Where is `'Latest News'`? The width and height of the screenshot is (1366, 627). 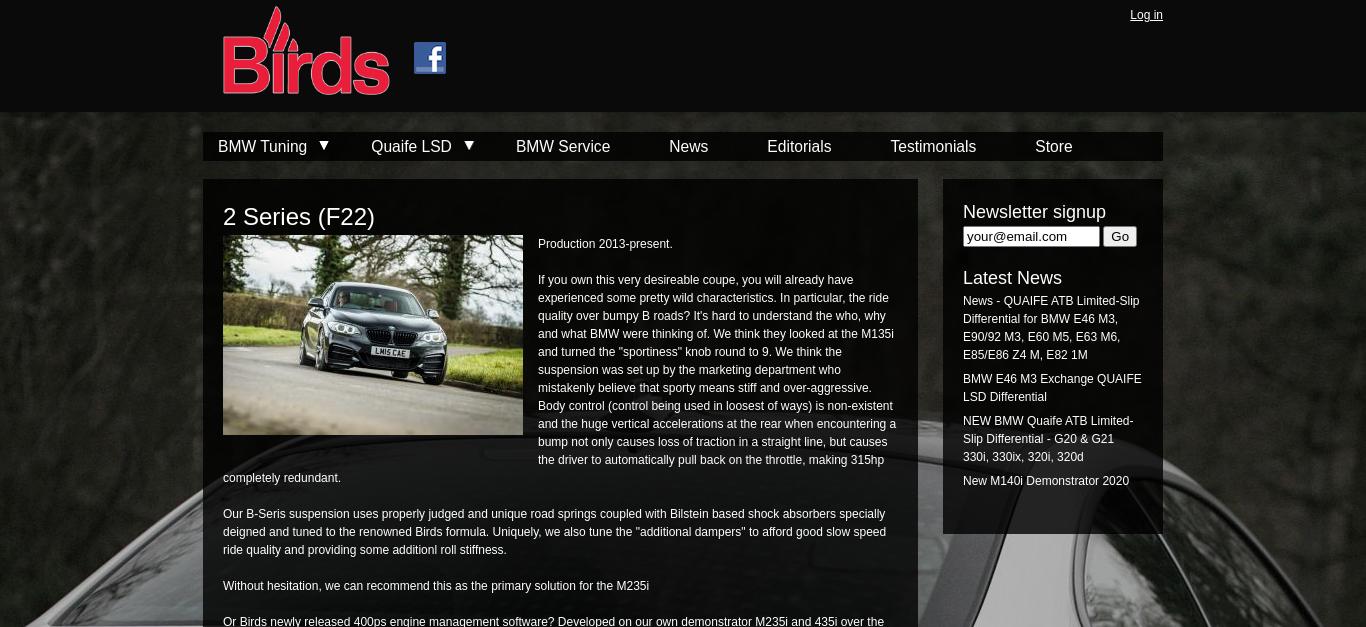
'Latest News' is located at coordinates (963, 278).